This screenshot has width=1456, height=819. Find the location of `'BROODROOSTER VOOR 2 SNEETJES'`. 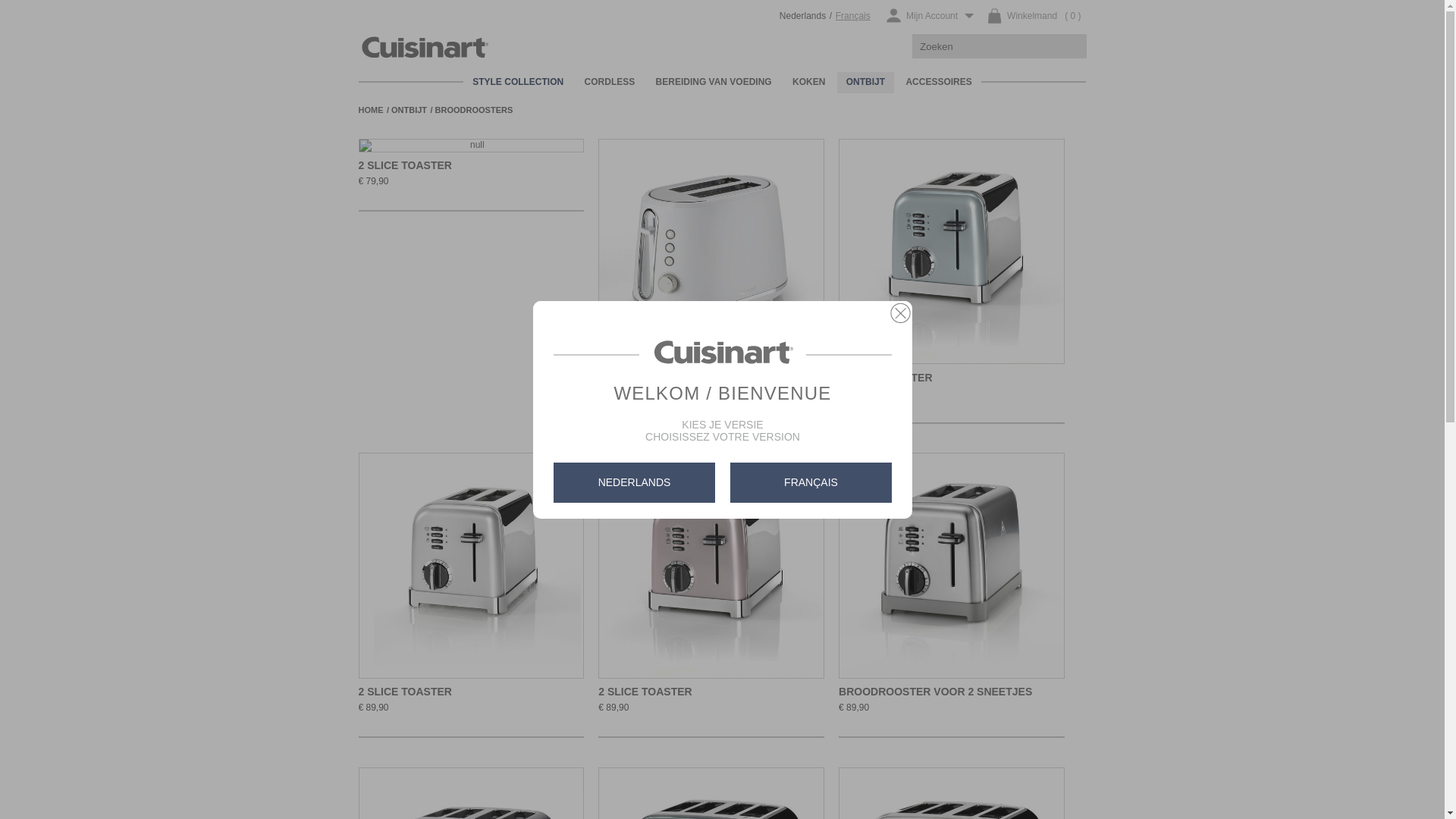

'BROODROOSTER VOOR 2 SNEETJES' is located at coordinates (934, 691).